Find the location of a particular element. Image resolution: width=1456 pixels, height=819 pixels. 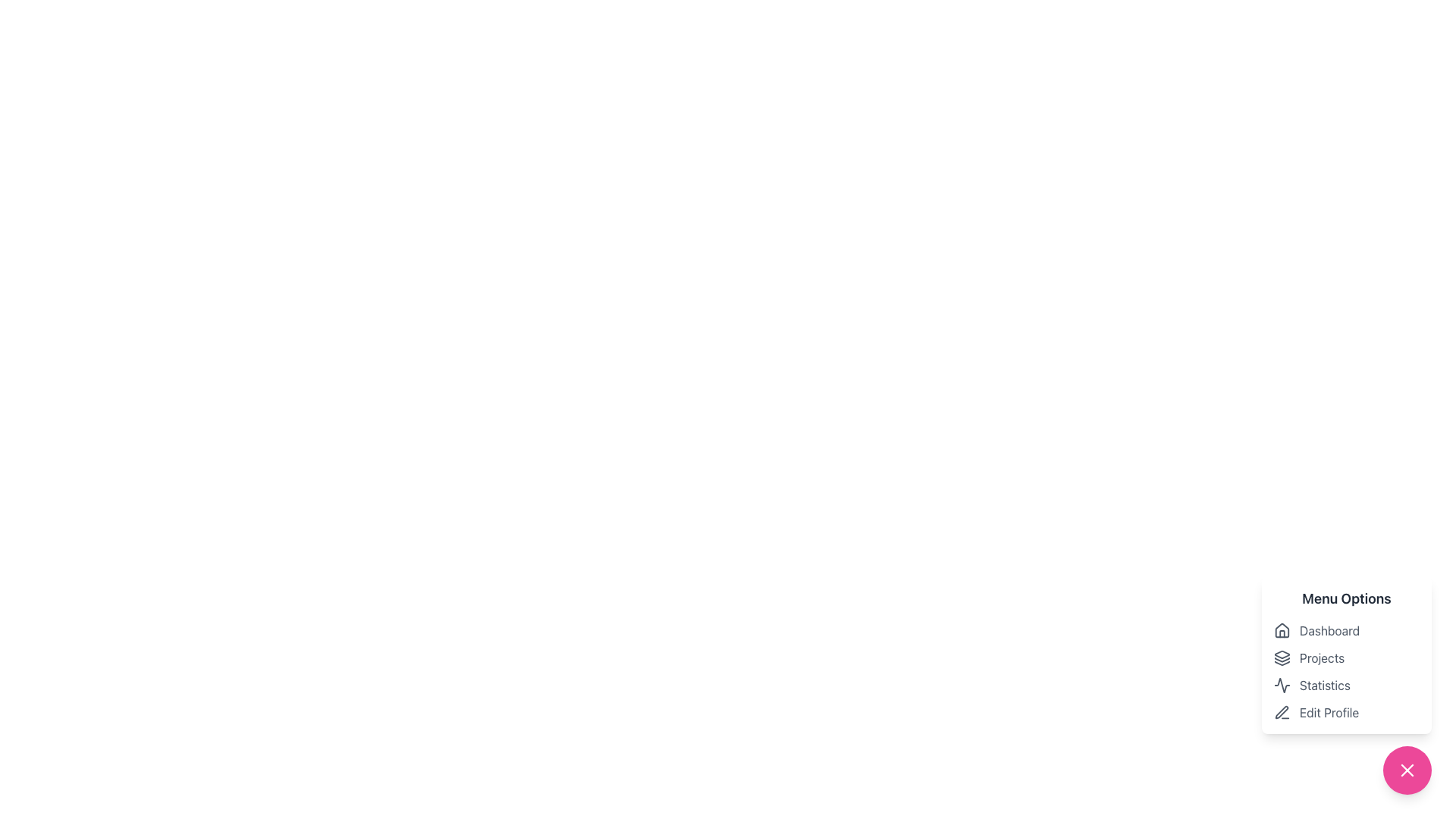

the icon representing the 'Dashboard' option in the menu to trigger its hover state is located at coordinates (1281, 631).